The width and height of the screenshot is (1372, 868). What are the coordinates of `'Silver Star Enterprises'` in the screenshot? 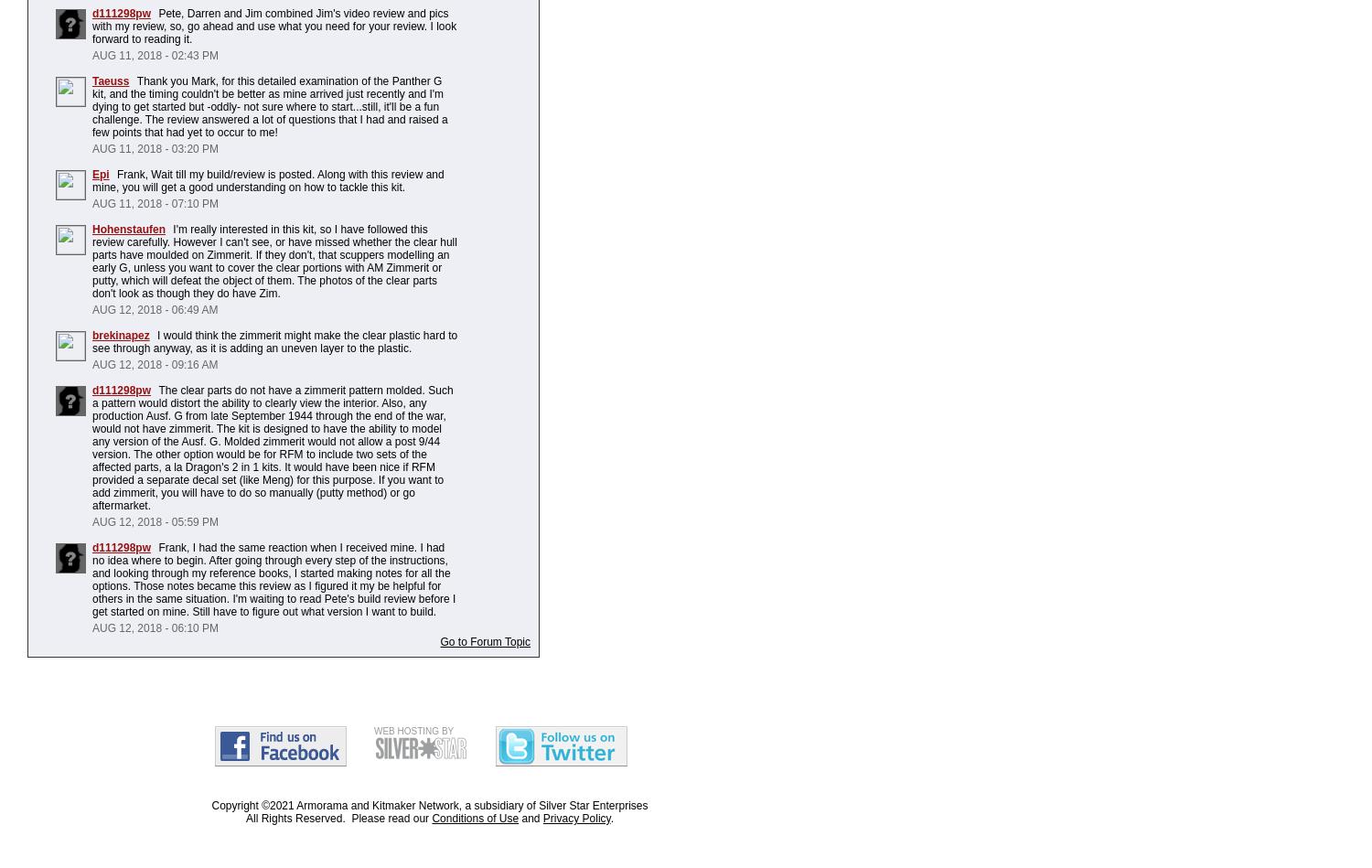 It's located at (593, 804).